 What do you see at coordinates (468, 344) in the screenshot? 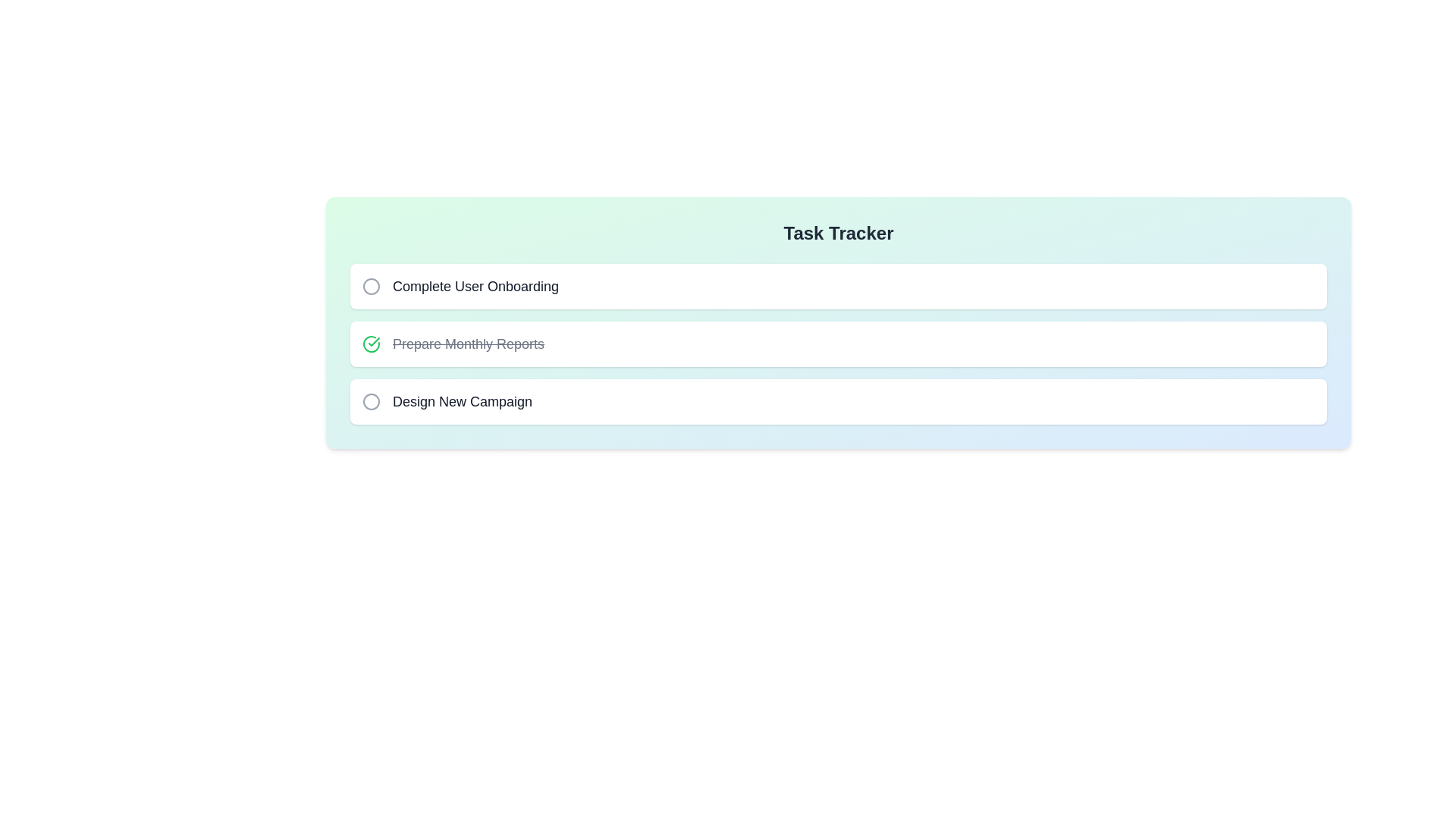
I see `the task name Prepare Monthly Reports to copy it` at bounding box center [468, 344].